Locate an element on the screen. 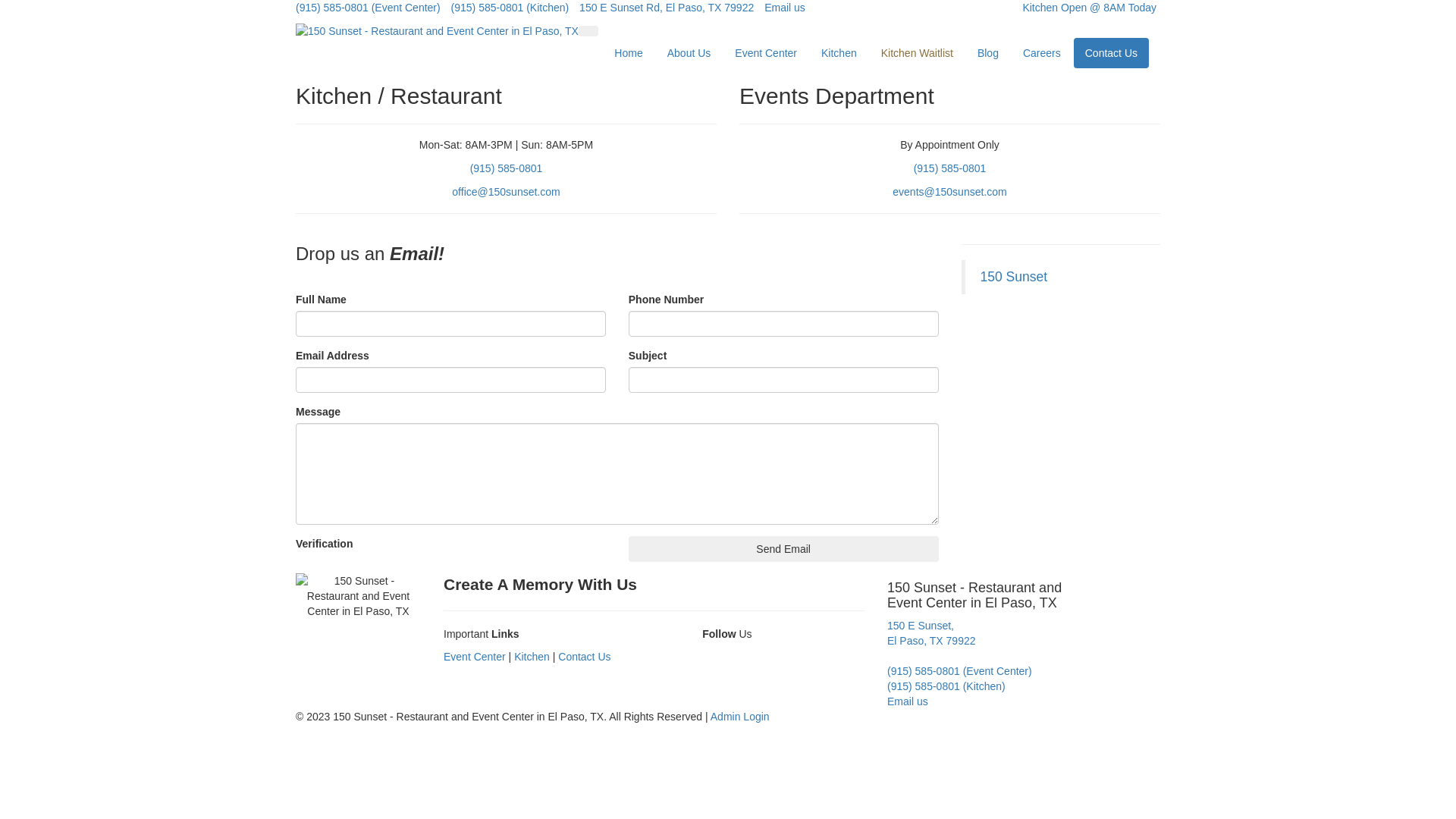  'Email us' is located at coordinates (907, 701).